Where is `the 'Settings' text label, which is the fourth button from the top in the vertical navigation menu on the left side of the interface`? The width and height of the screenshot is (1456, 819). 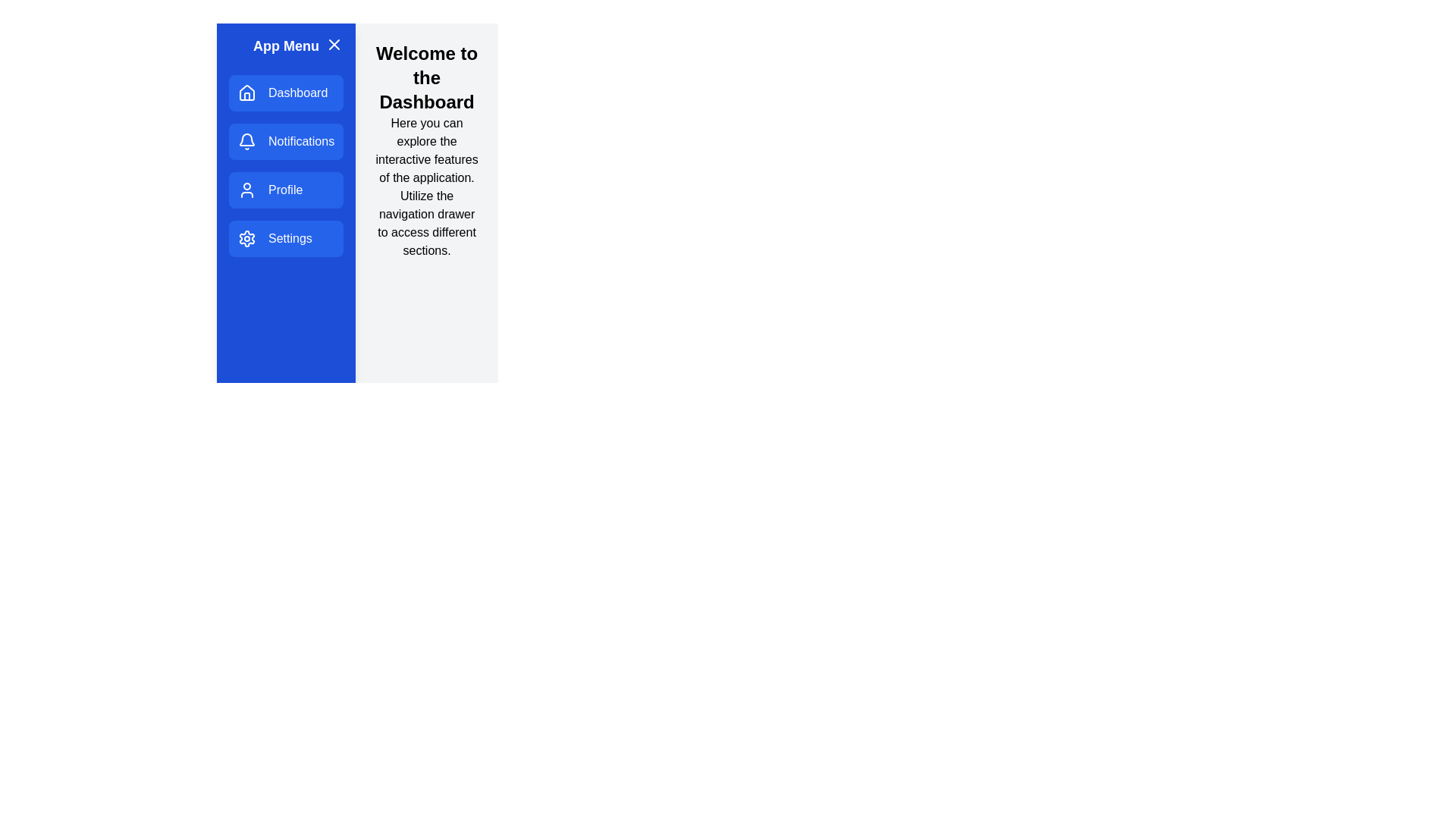 the 'Settings' text label, which is the fourth button from the top in the vertical navigation menu on the left side of the interface is located at coordinates (290, 239).